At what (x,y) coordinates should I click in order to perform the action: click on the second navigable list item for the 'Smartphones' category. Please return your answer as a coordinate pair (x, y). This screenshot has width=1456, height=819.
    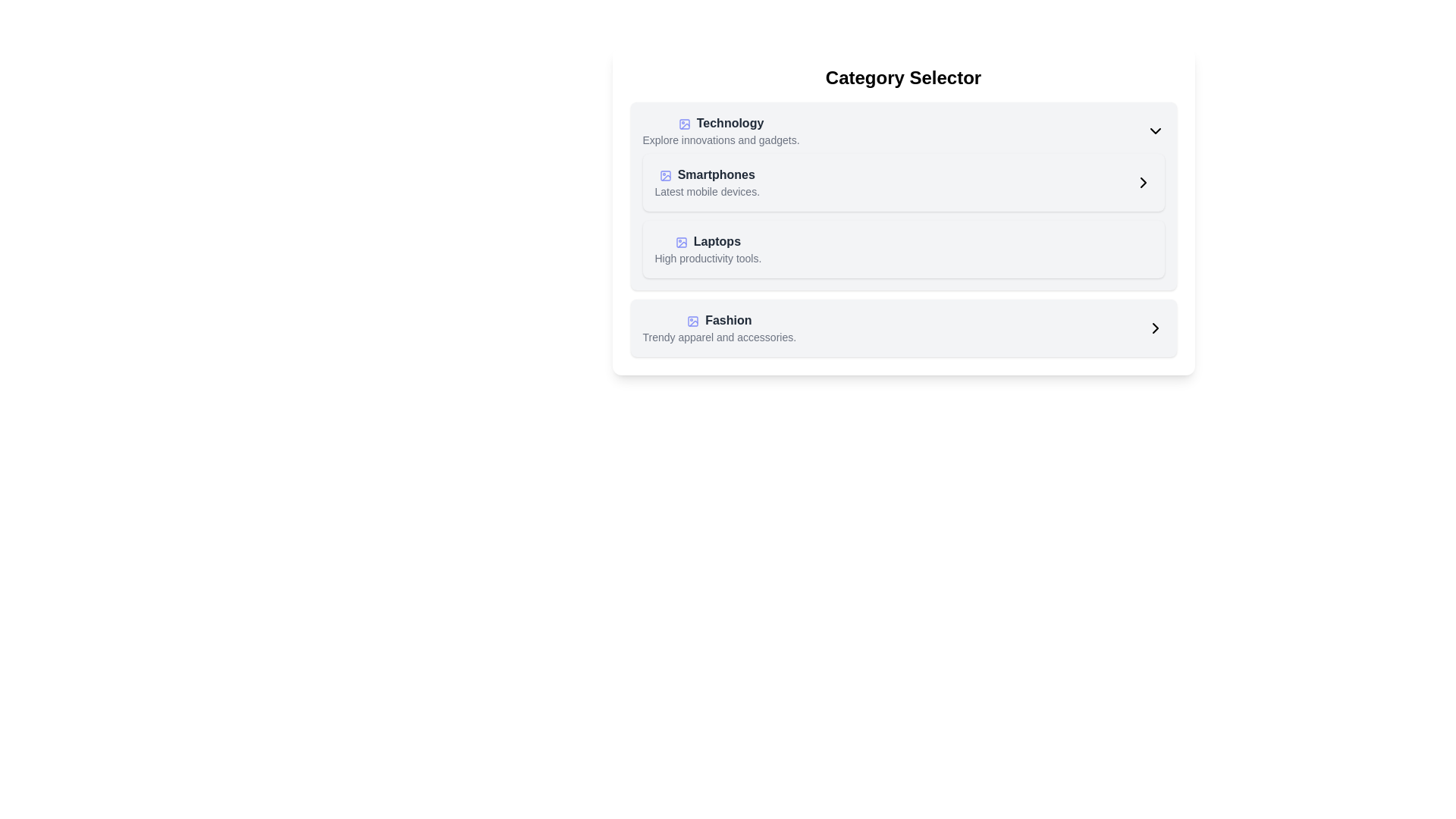
    Looking at the image, I should click on (903, 181).